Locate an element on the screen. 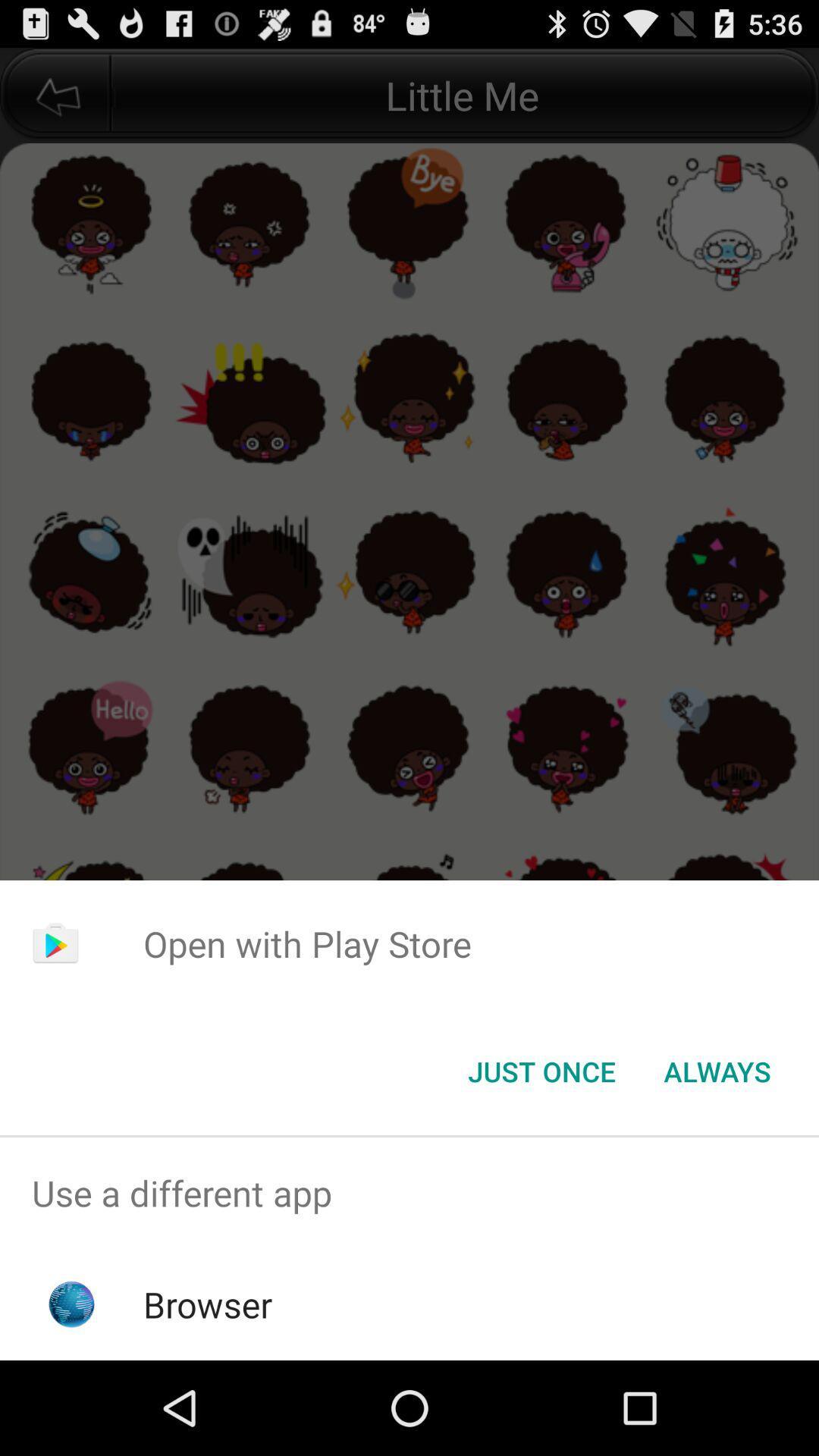  the app below open with play is located at coordinates (541, 1070).